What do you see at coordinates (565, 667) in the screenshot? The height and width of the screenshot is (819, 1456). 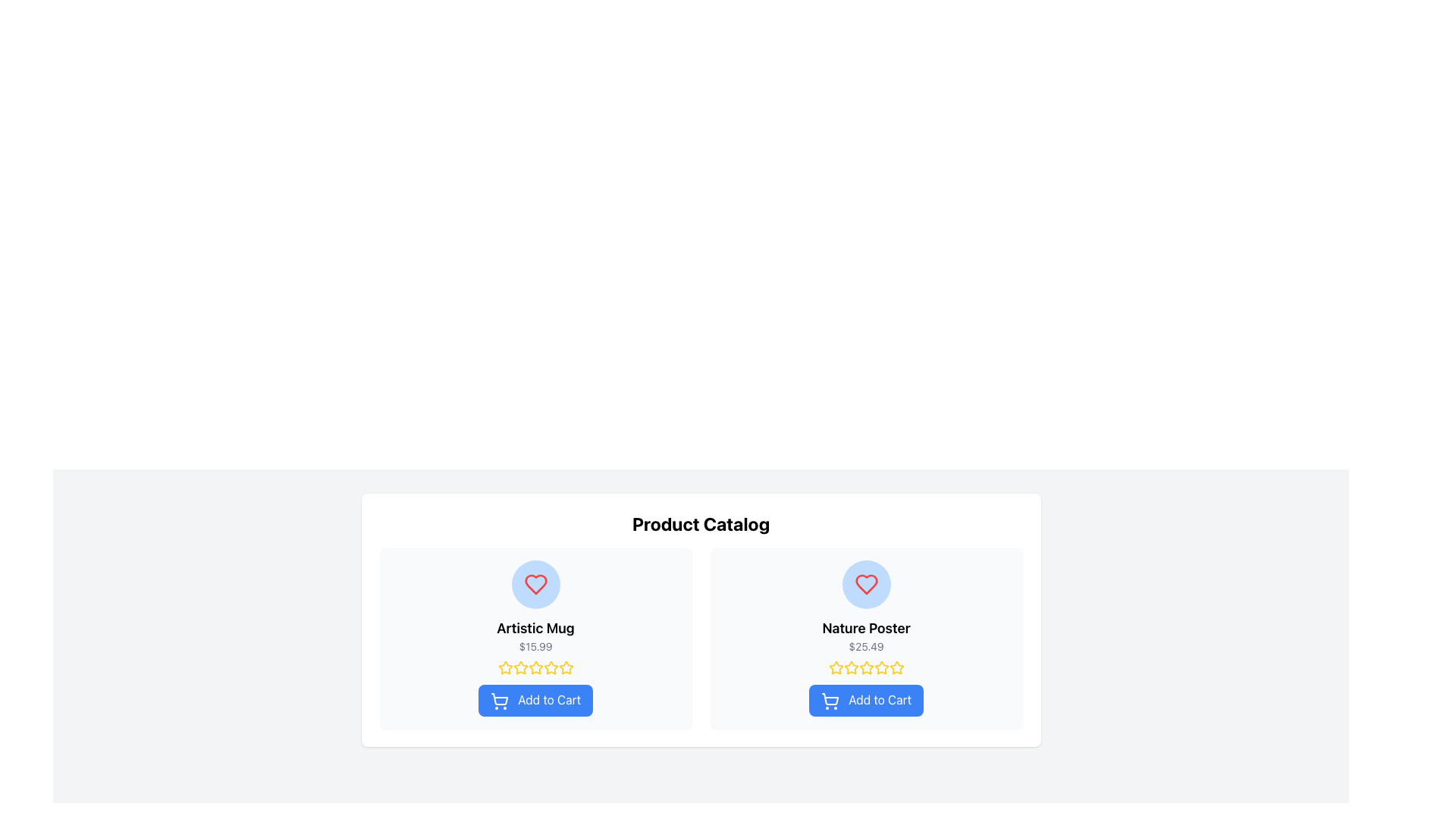 I see `the fifth and rightmost star in the row of five stars under the product information for 'Artistic Mug' to adjust the rating` at bounding box center [565, 667].